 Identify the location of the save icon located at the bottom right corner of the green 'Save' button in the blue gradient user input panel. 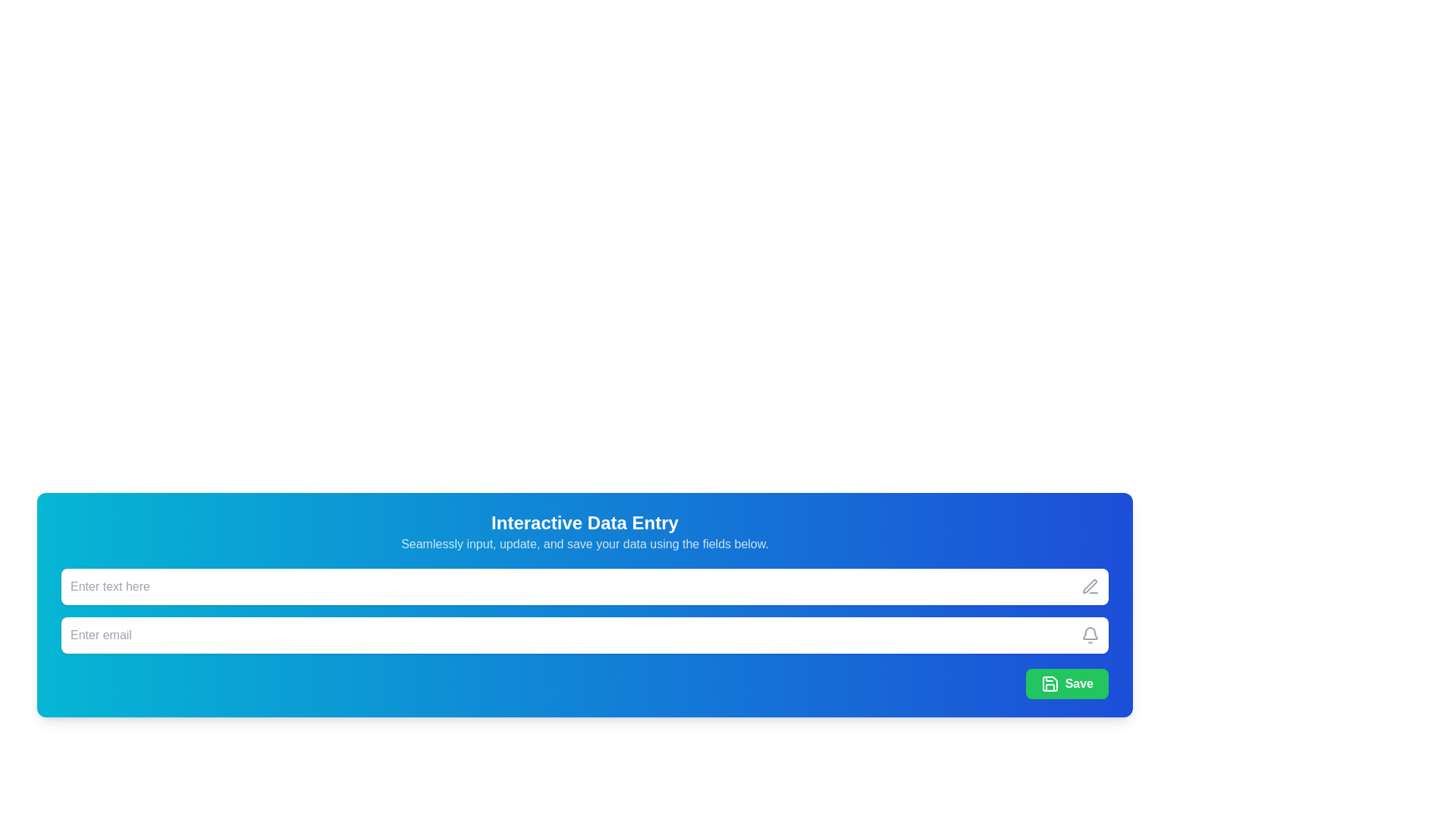
(1049, 684).